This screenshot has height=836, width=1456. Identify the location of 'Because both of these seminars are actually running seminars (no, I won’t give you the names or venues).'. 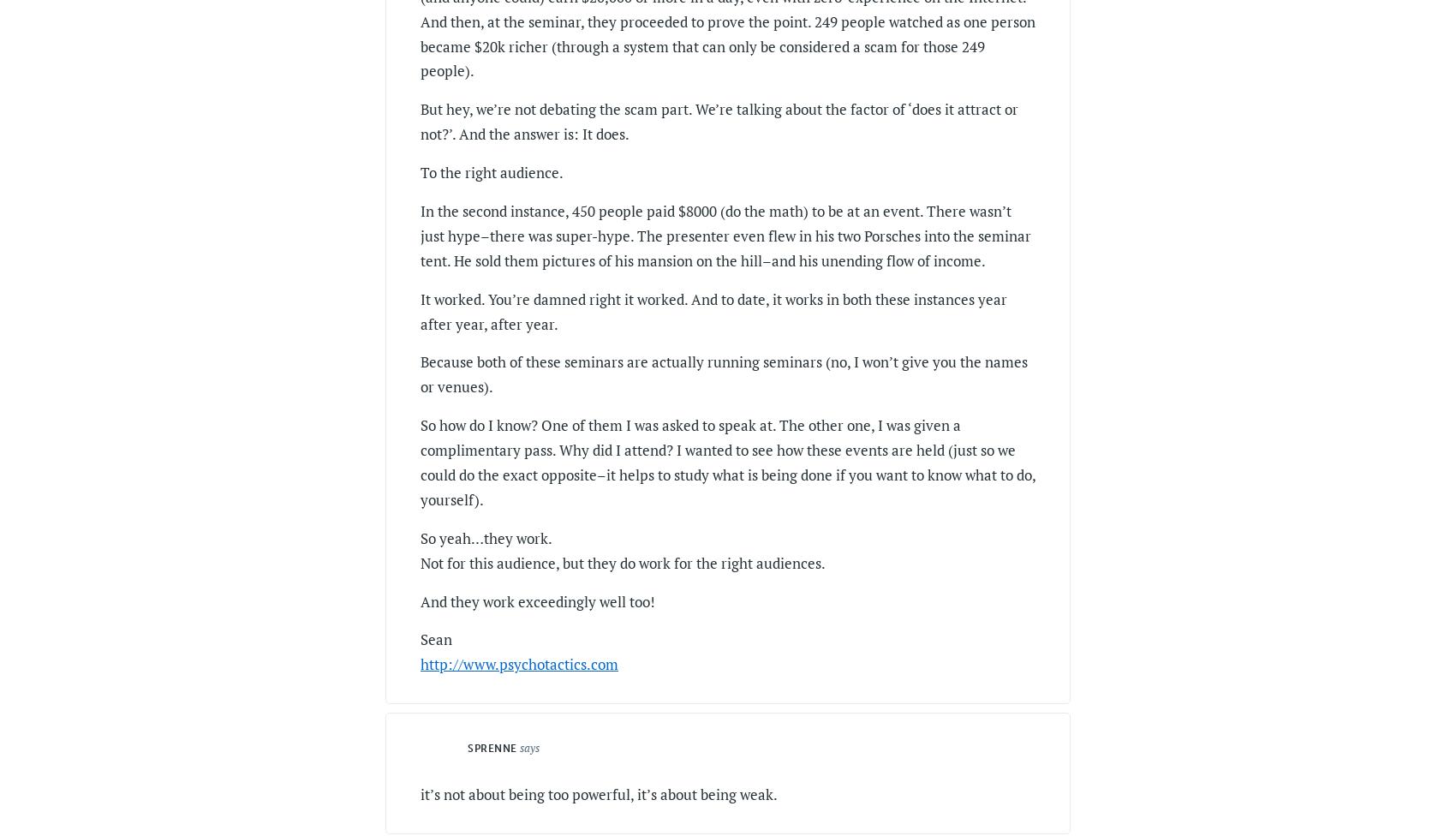
(723, 373).